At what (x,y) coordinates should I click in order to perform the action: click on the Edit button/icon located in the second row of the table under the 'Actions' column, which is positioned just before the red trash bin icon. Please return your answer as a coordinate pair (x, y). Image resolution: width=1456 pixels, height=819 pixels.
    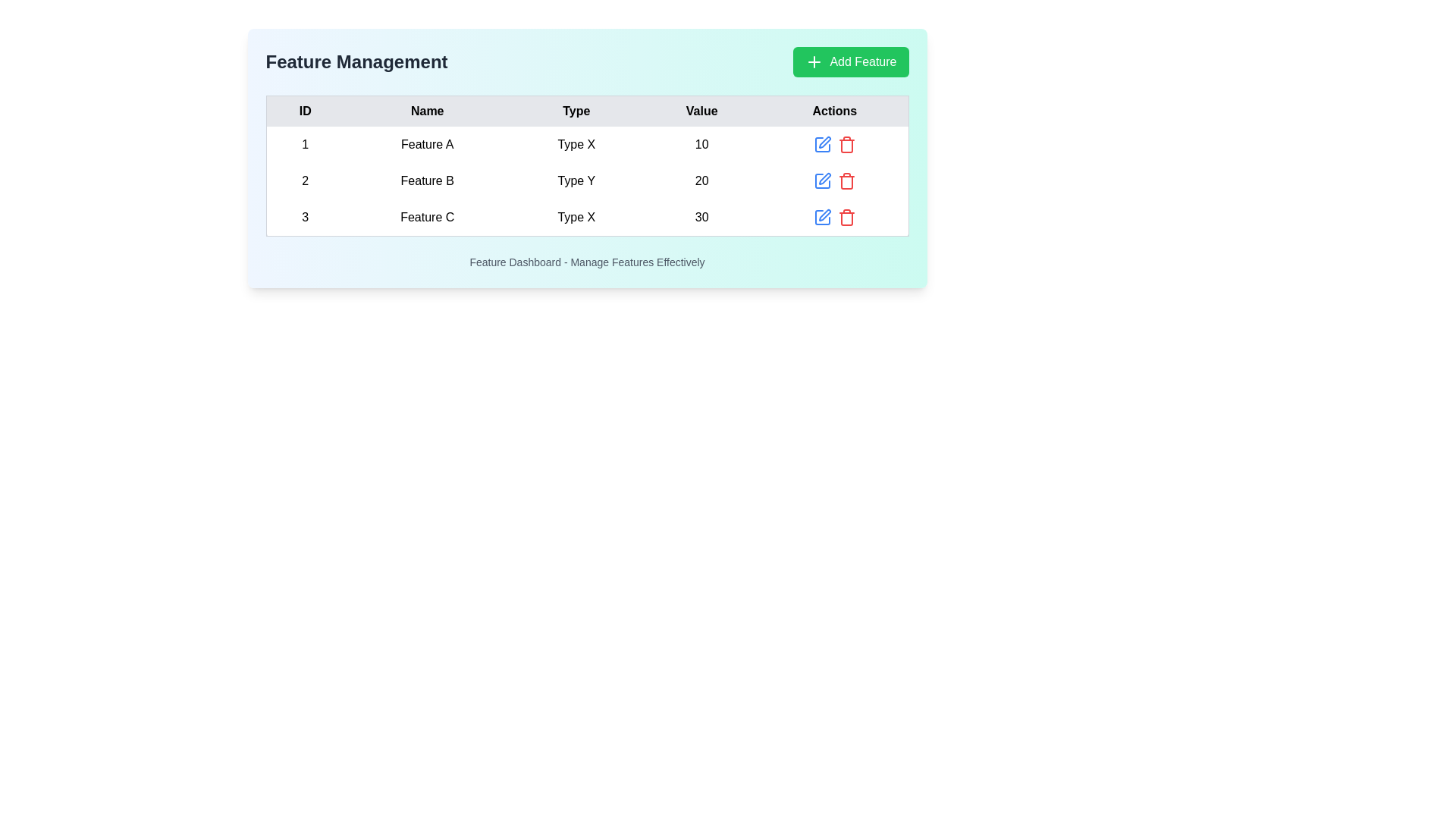
    Looking at the image, I should click on (821, 180).